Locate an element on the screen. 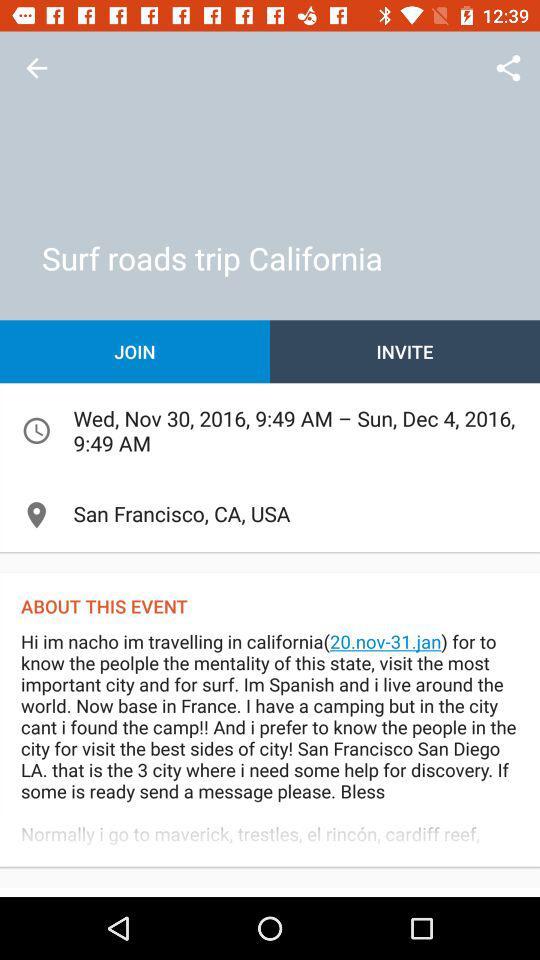 The image size is (540, 960). invite item is located at coordinates (405, 351).